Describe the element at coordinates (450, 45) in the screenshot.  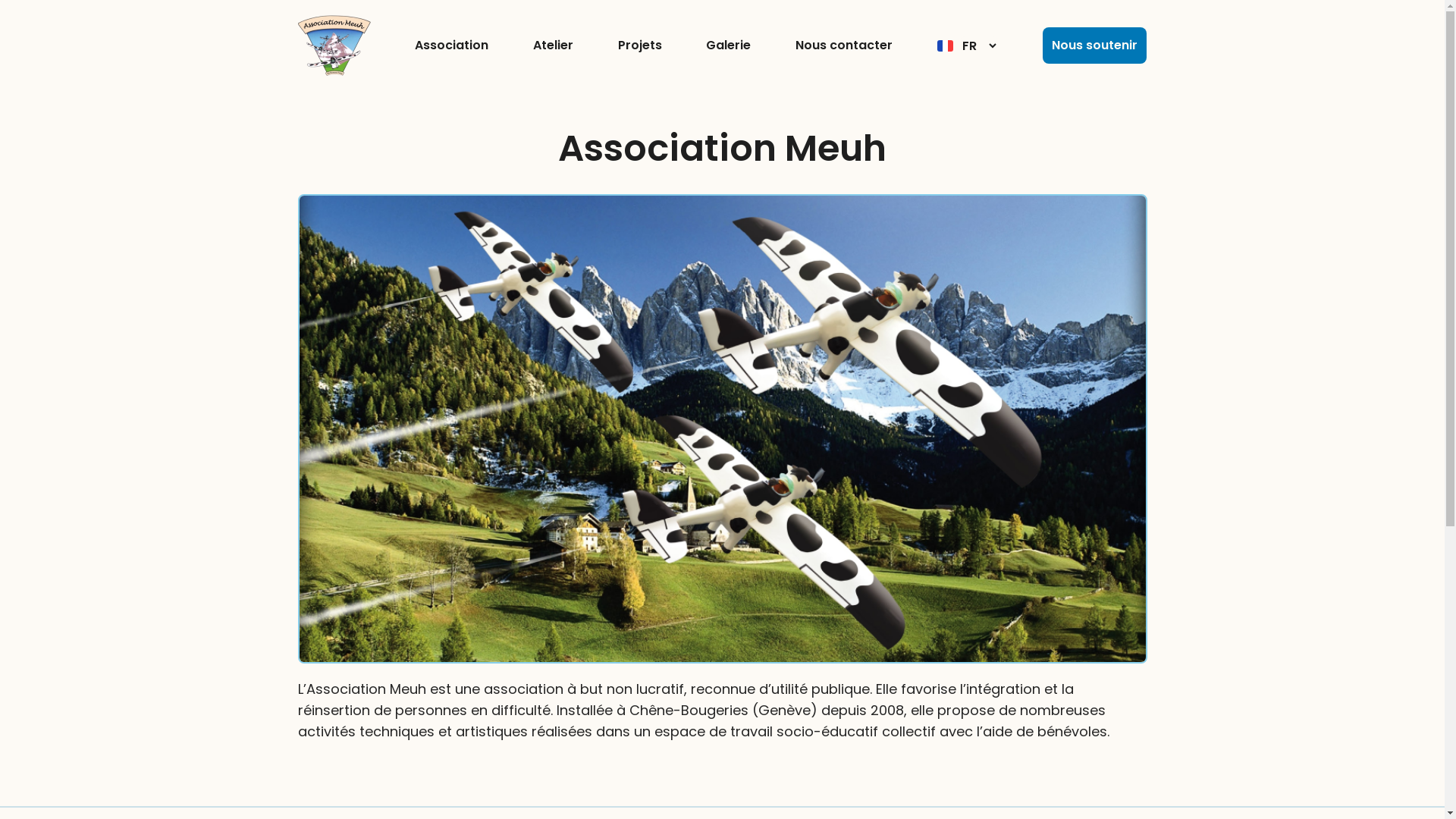
I see `'Association'` at that location.